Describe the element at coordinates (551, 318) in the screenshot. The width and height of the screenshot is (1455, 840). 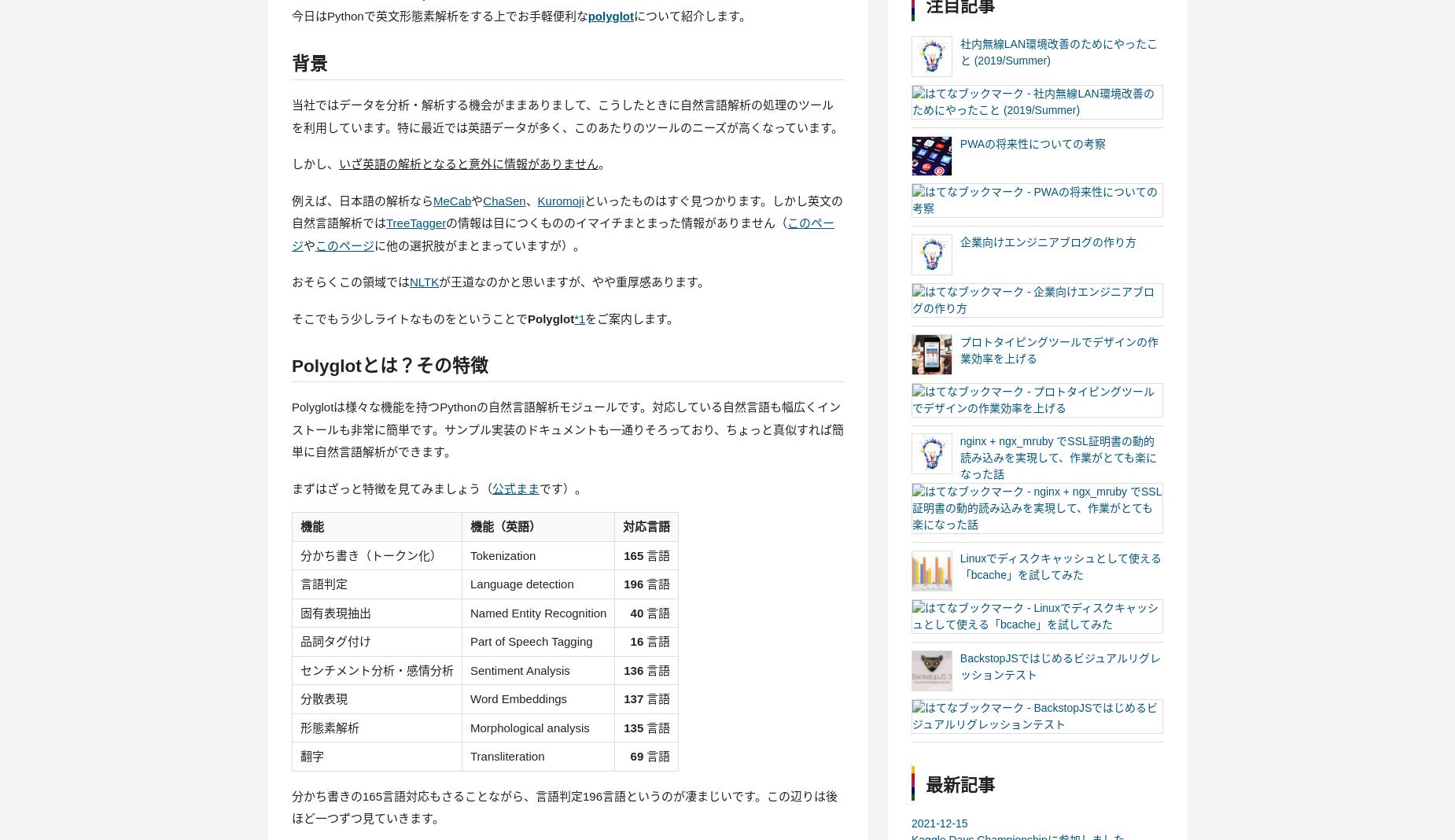
I see `'Polyglot'` at that location.